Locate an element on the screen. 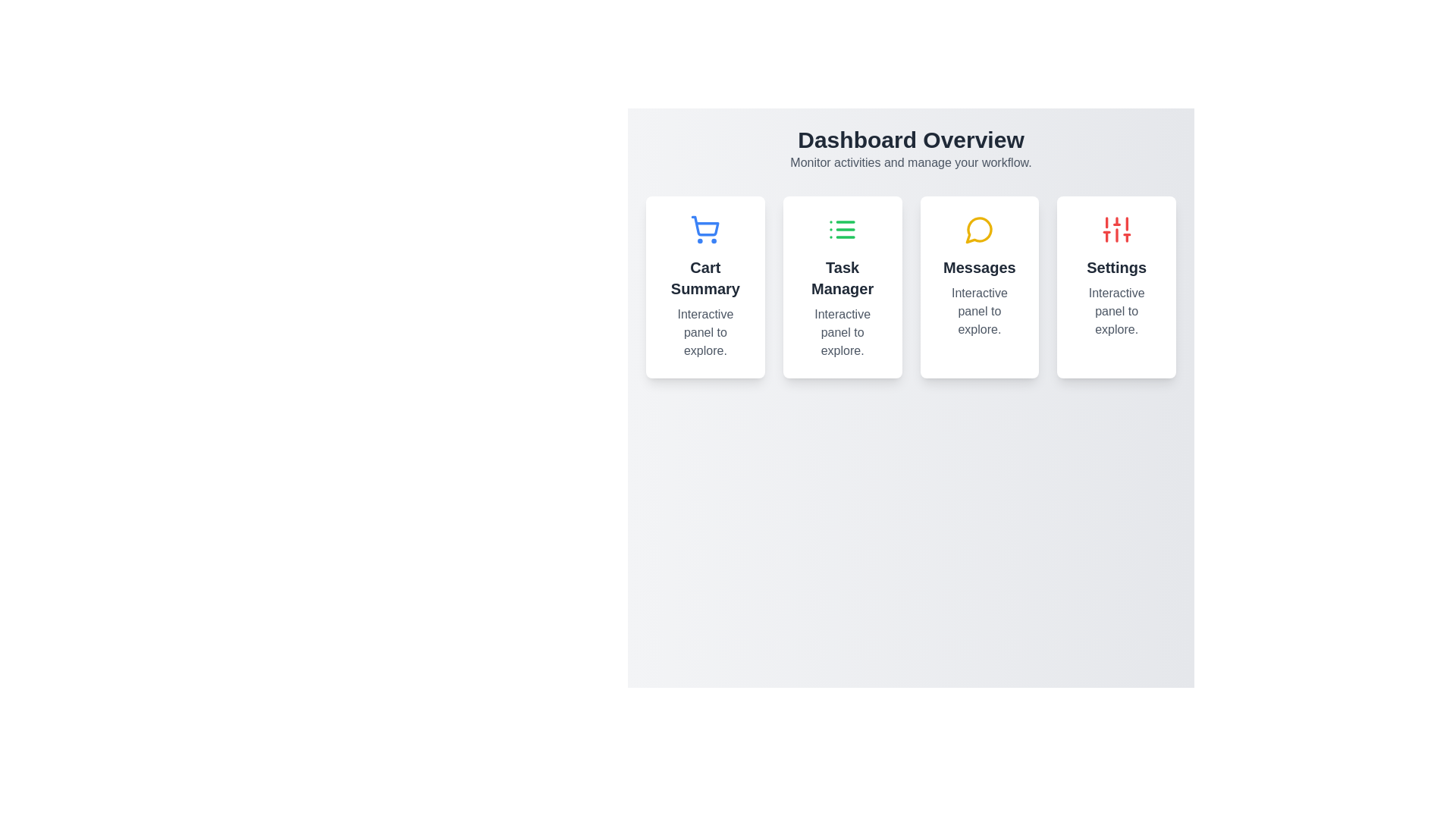  the settings icon located in the fourth card from the left under the 'Dashboard Overview' heading is located at coordinates (1116, 230).